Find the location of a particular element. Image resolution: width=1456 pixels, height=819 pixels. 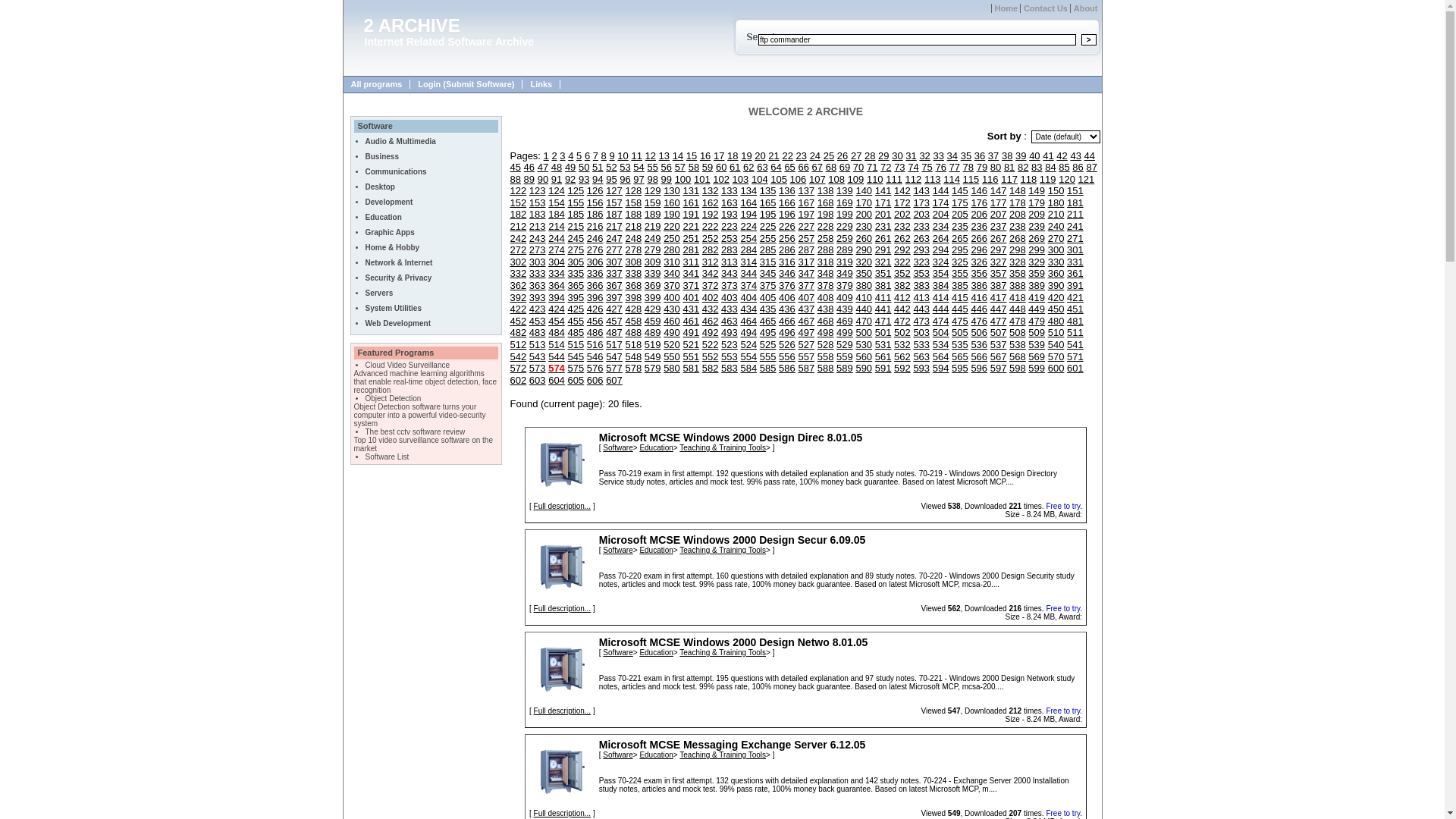

'334' is located at coordinates (556, 273).